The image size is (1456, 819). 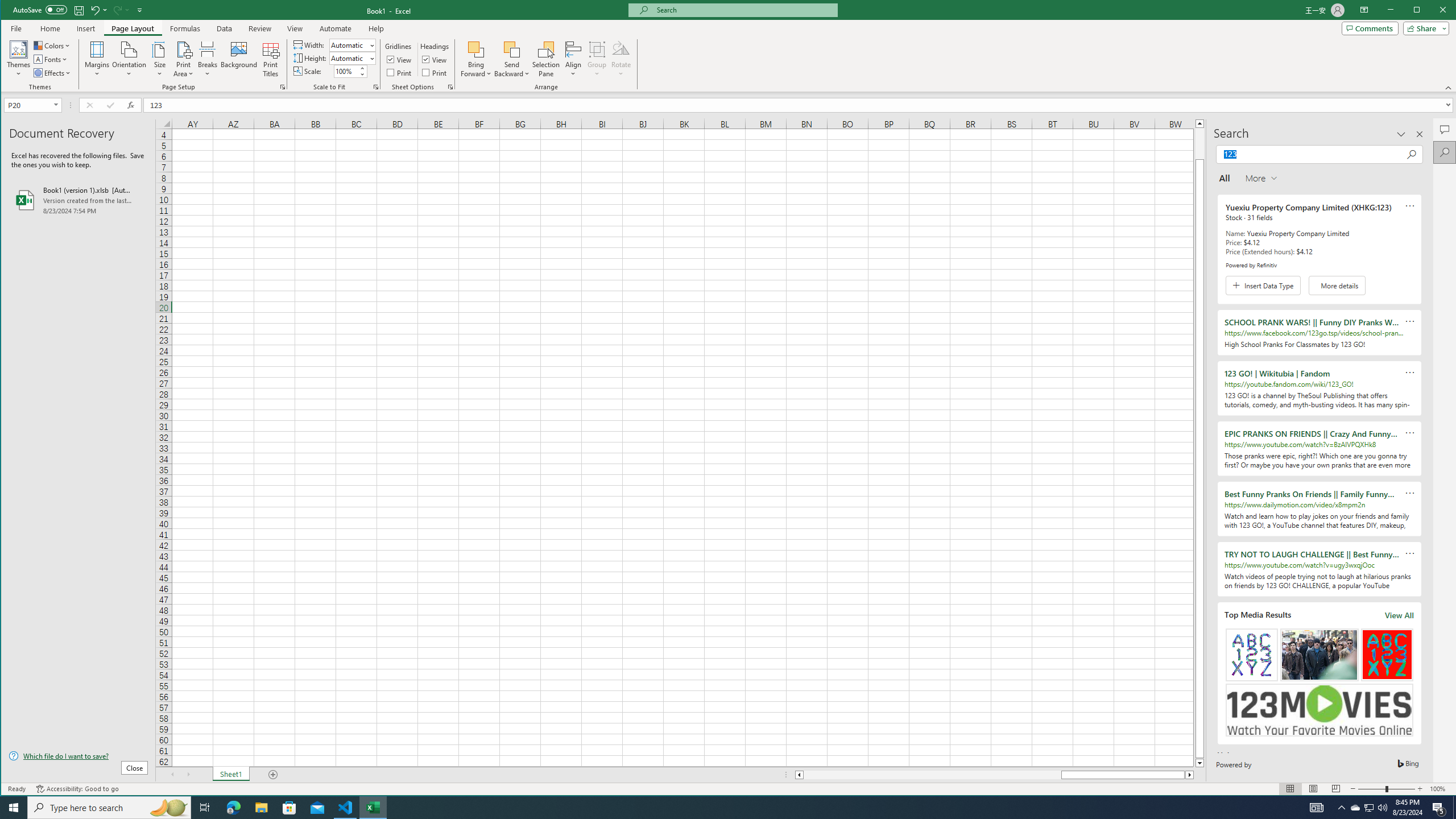 What do you see at coordinates (596, 59) in the screenshot?
I see `'Group'` at bounding box center [596, 59].